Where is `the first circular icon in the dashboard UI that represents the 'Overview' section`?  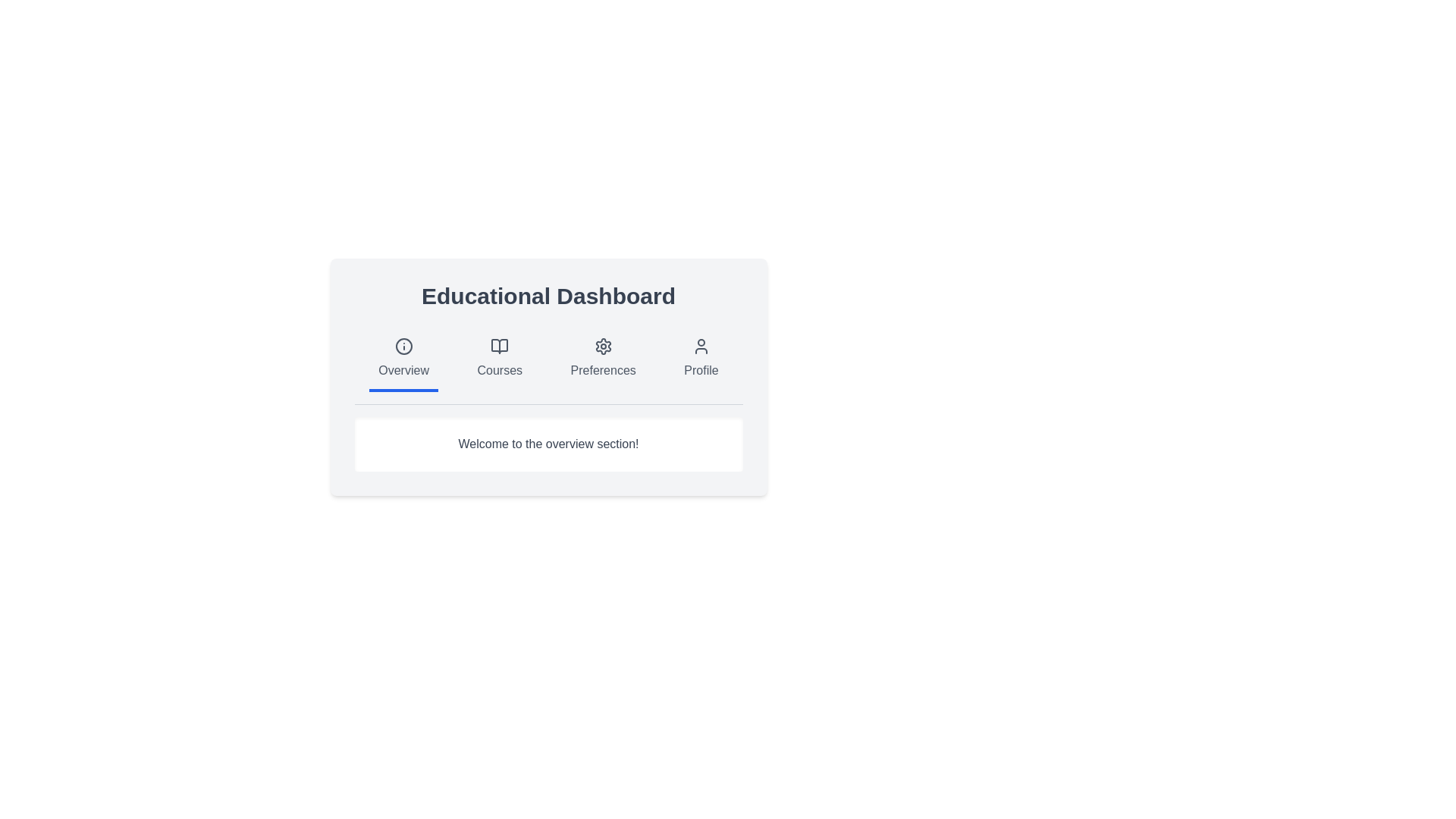 the first circular icon in the dashboard UI that represents the 'Overview' section is located at coordinates (403, 346).